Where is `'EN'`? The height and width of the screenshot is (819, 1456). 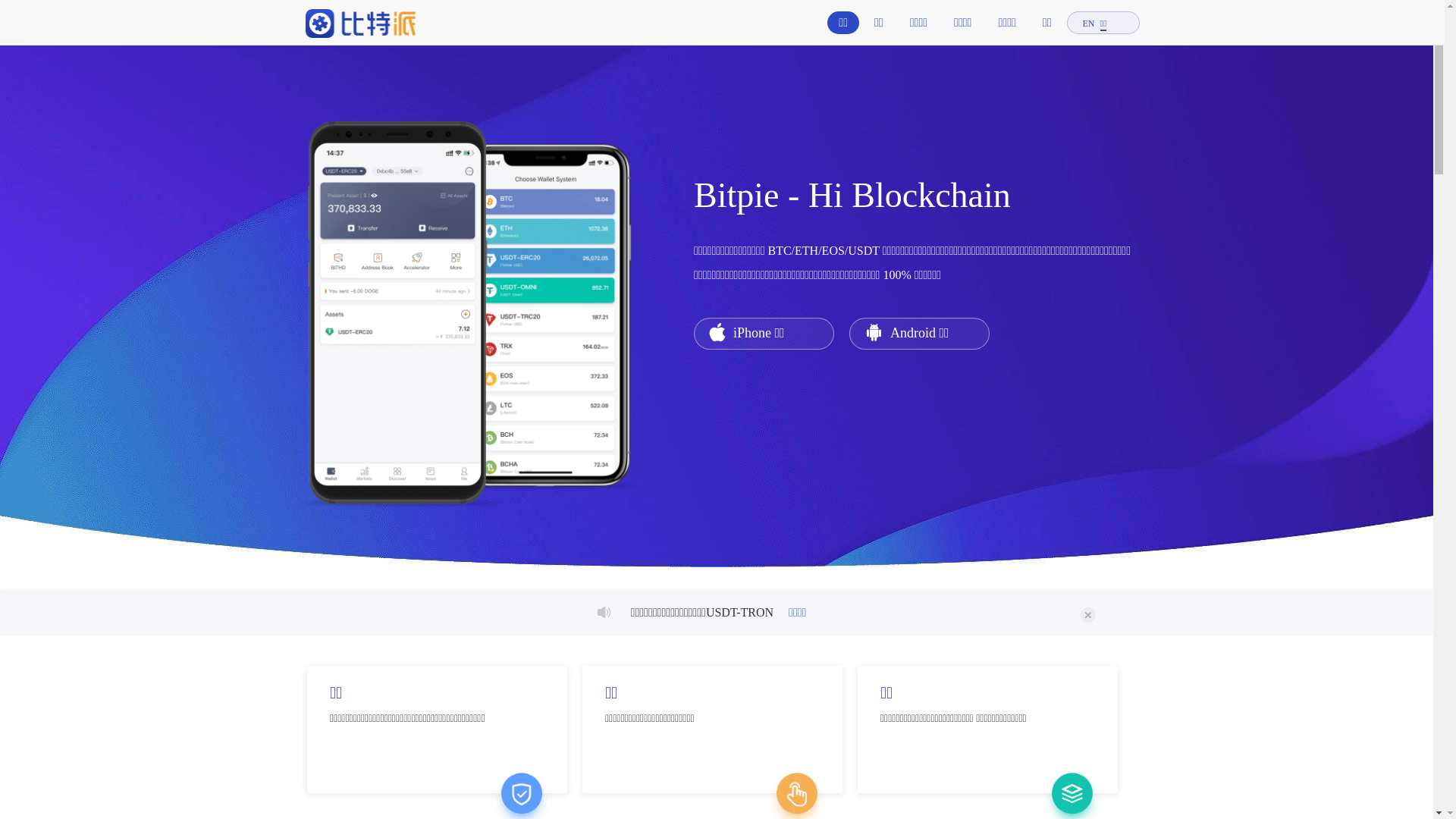 'EN' is located at coordinates (1087, 24).